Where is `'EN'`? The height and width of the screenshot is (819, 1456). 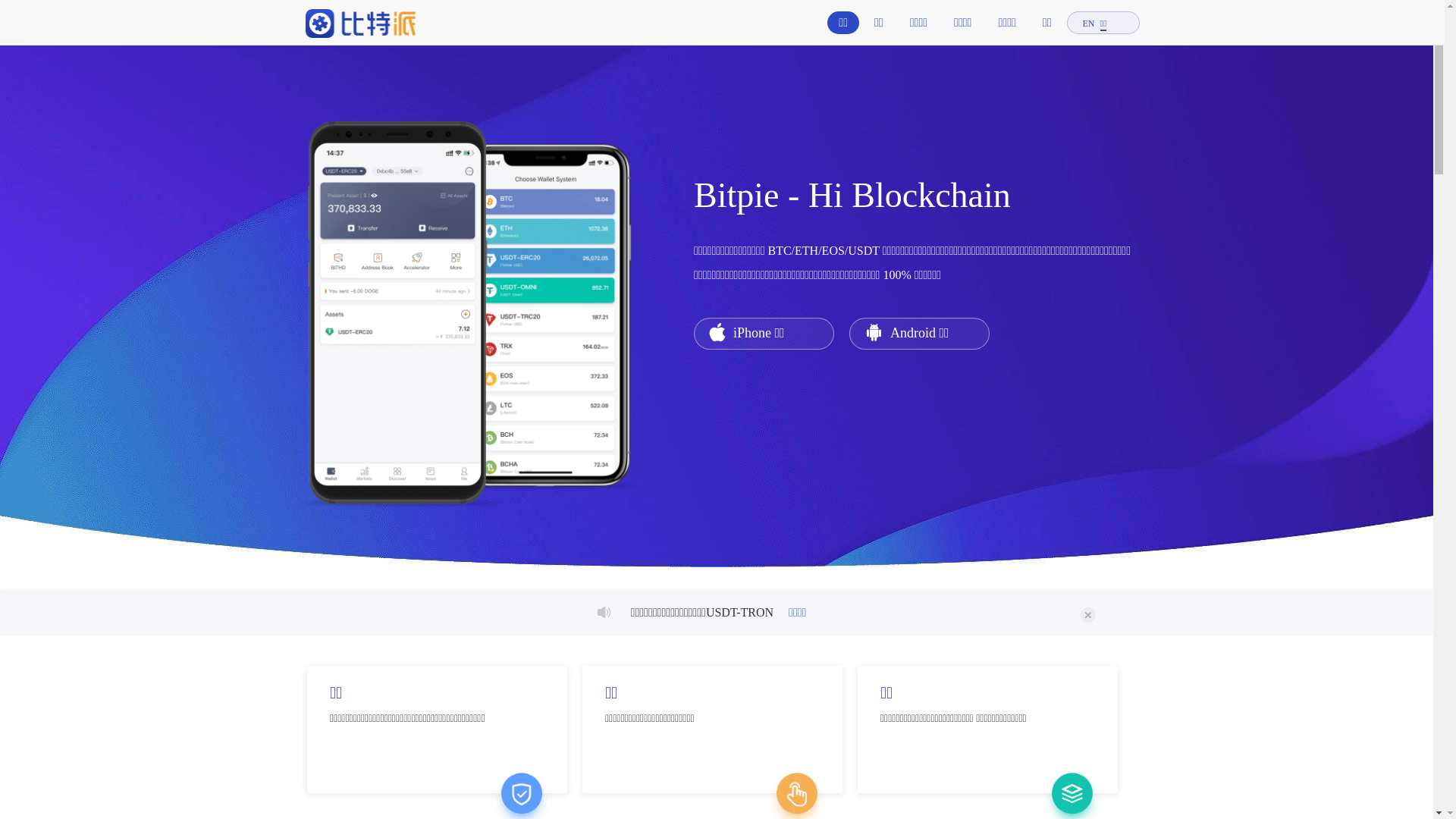 'EN' is located at coordinates (1087, 24).